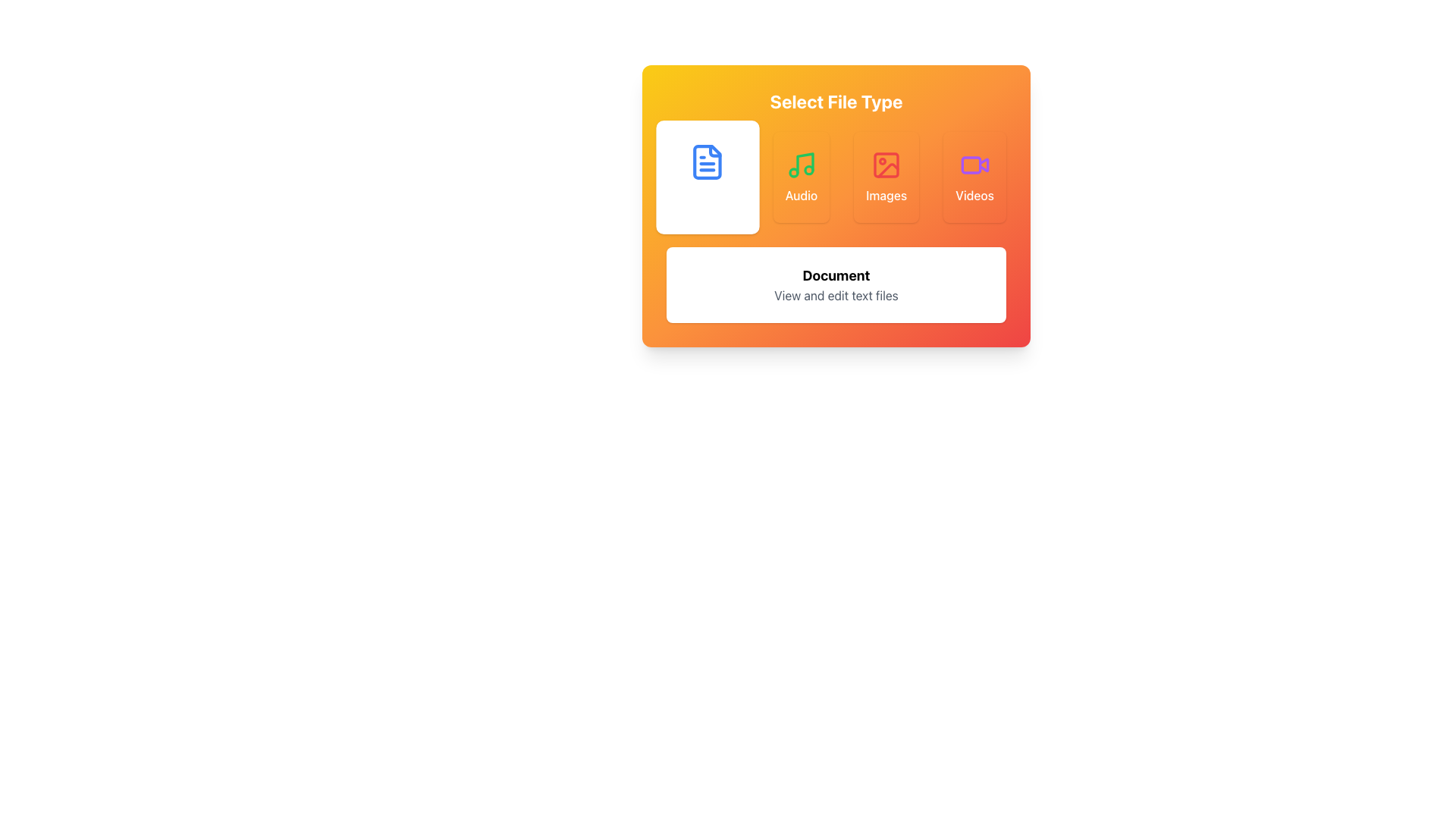 This screenshot has width=1456, height=819. Describe the element at coordinates (836, 275) in the screenshot. I see `the bold text label displaying 'Document', which is prominently positioned above the description text 'View and edit text files'` at that location.